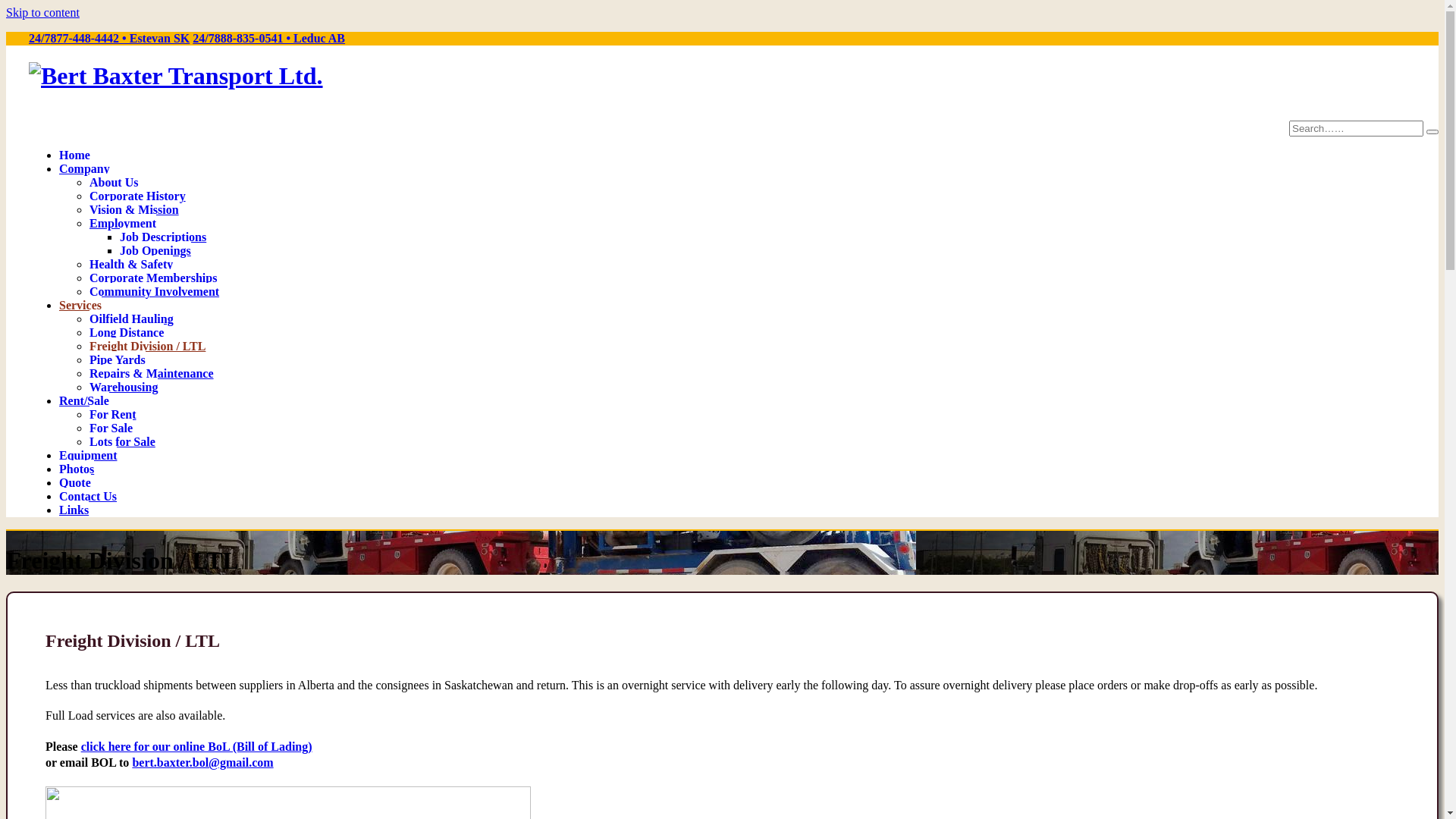  What do you see at coordinates (86, 453) in the screenshot?
I see `'Equipment'` at bounding box center [86, 453].